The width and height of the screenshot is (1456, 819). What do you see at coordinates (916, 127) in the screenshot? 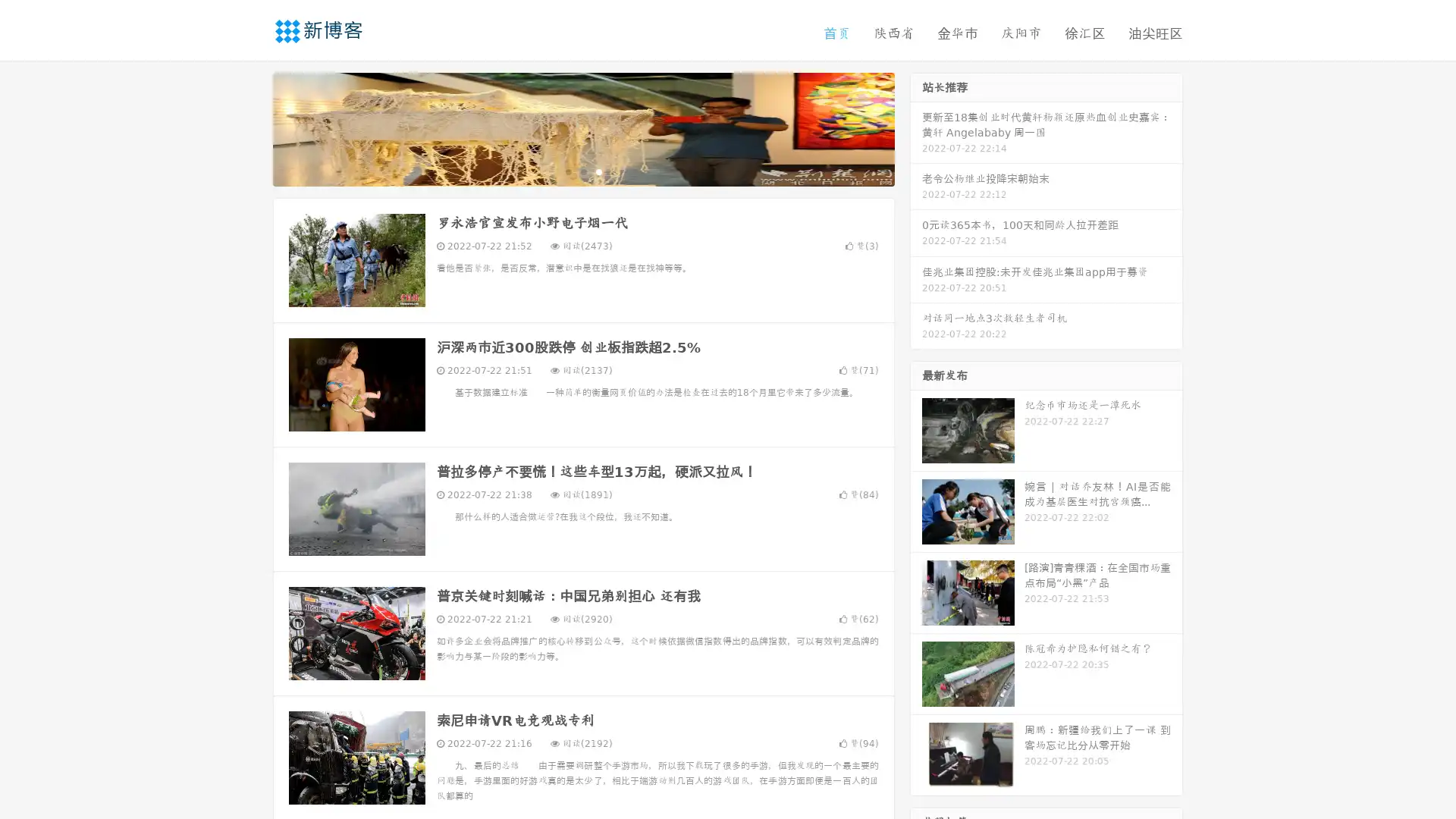
I see `Next slide` at bounding box center [916, 127].